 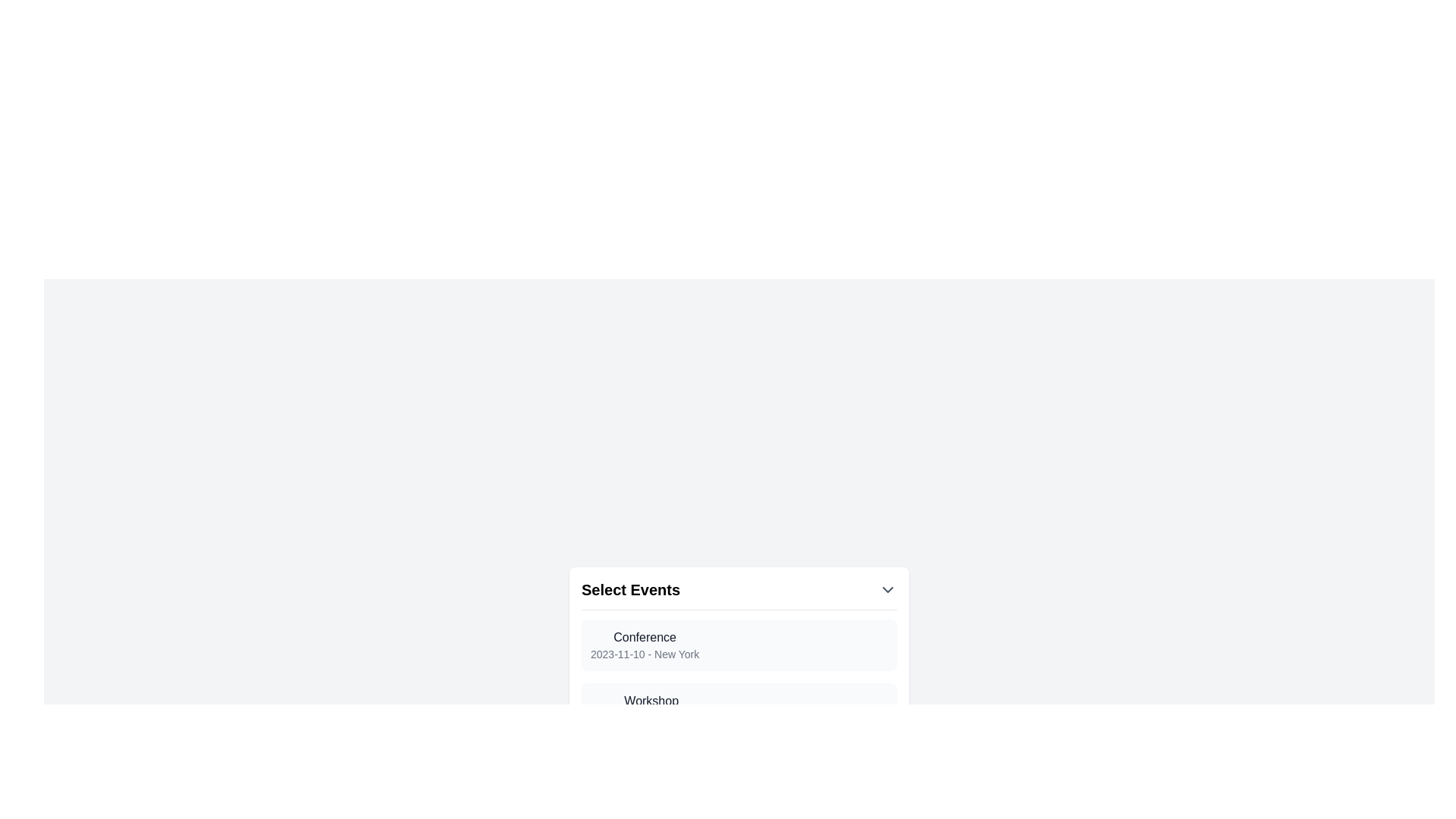 I want to click on the downward-pointing chevron SVG icon, so click(x=888, y=588).